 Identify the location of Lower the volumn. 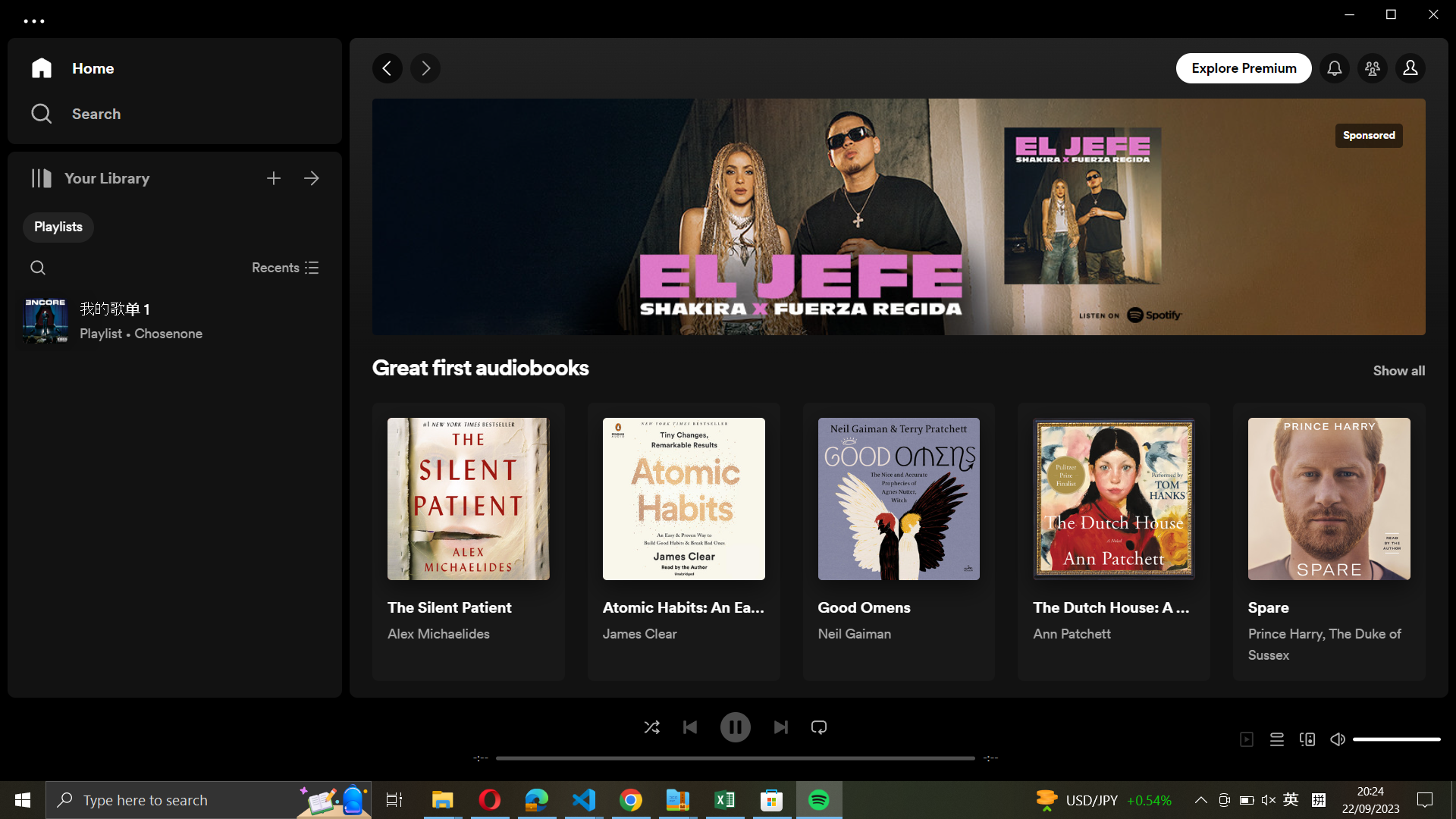
(1358, 738).